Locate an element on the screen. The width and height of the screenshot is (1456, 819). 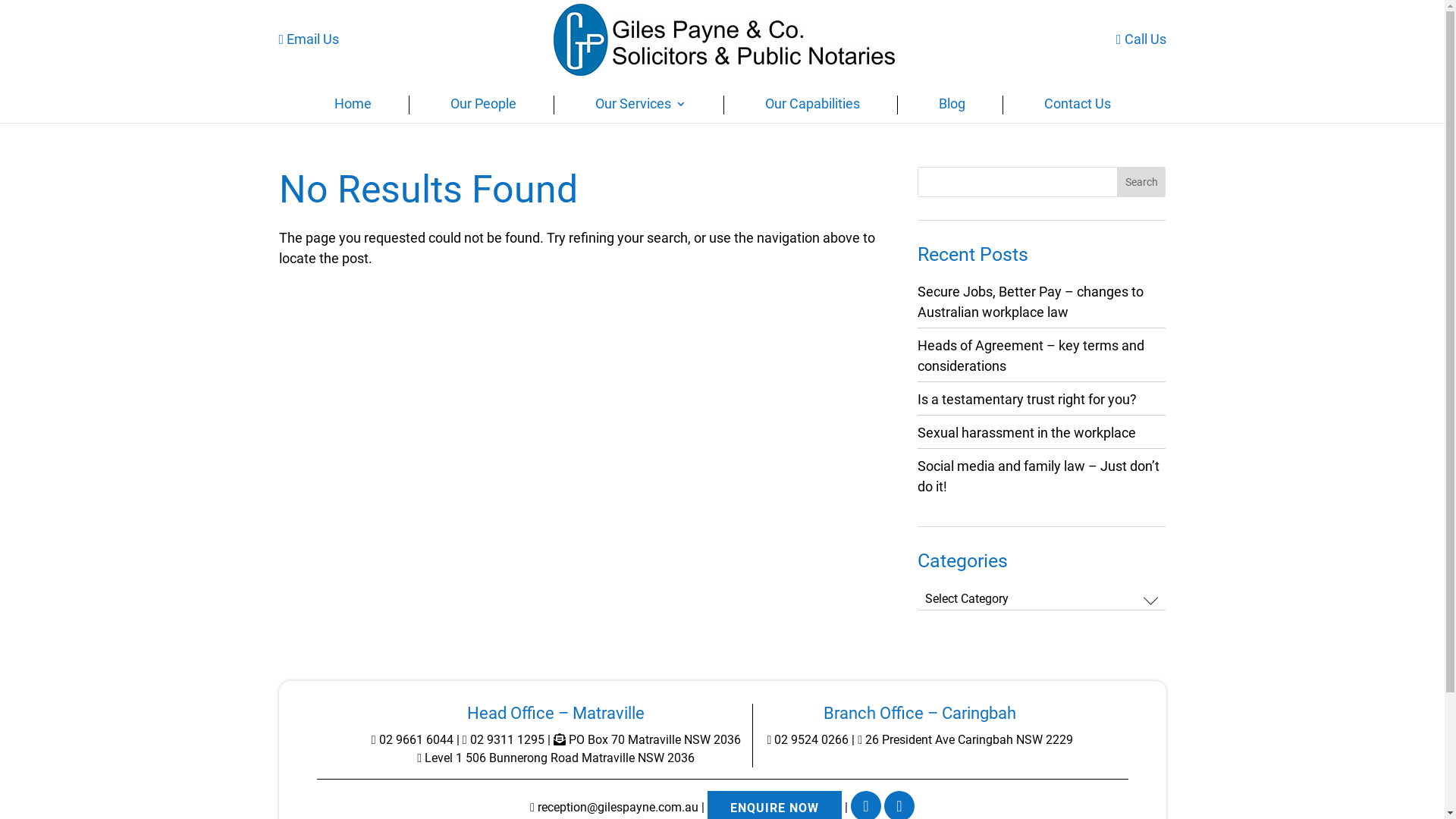
'Contact Us' is located at coordinates (1076, 107).